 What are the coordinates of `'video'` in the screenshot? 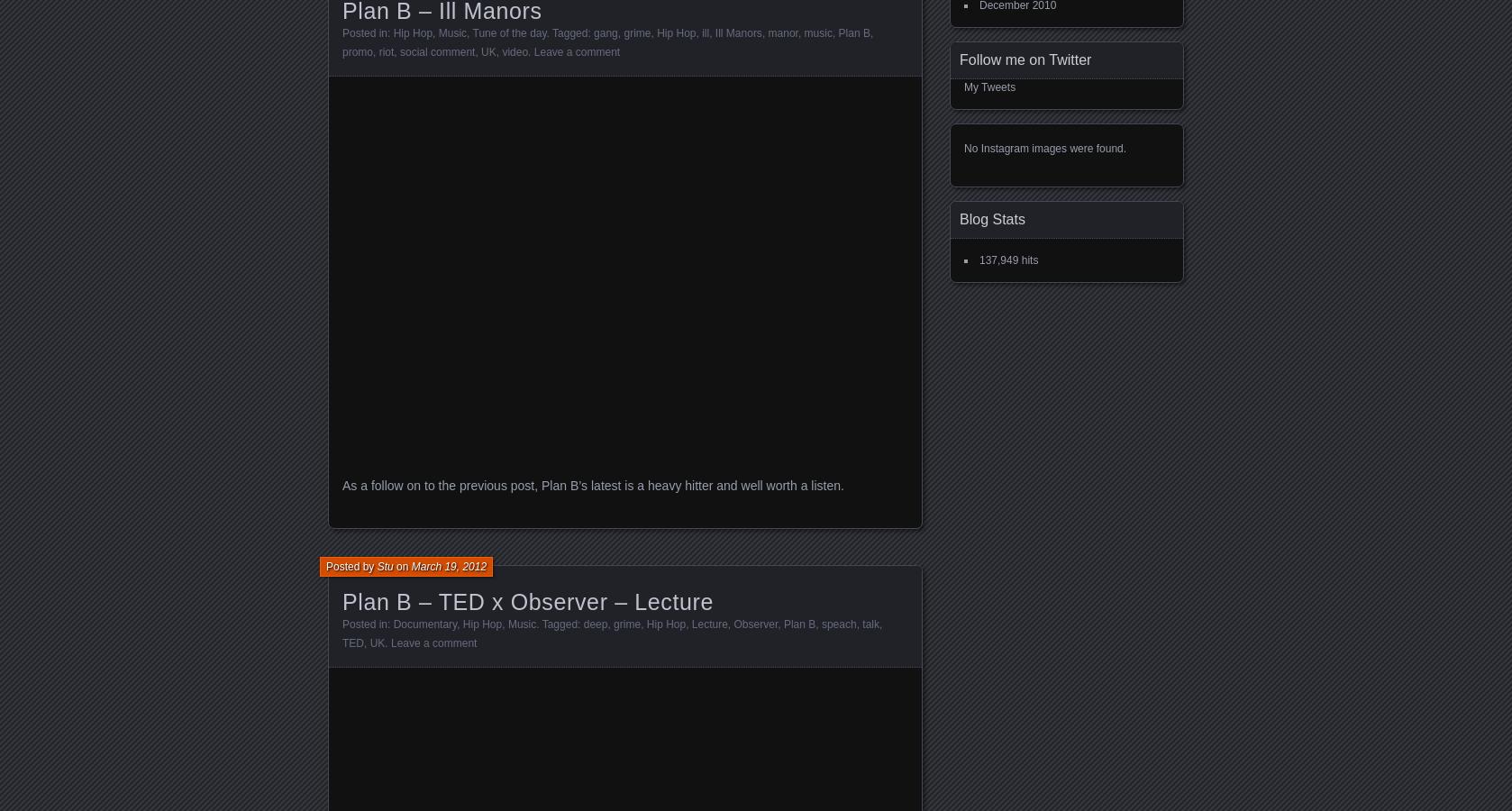 It's located at (500, 50).